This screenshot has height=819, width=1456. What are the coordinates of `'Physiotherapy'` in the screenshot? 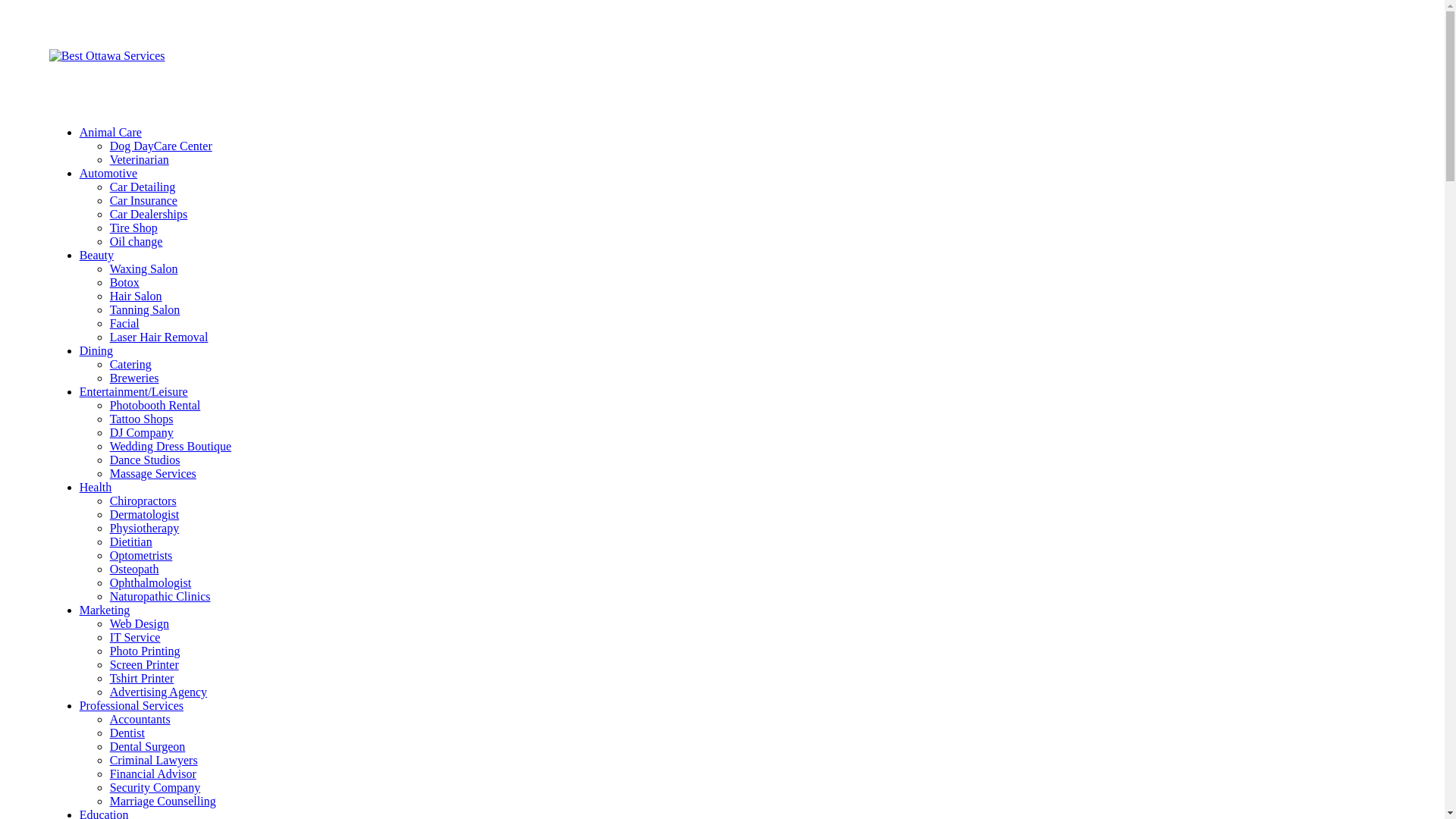 It's located at (108, 527).